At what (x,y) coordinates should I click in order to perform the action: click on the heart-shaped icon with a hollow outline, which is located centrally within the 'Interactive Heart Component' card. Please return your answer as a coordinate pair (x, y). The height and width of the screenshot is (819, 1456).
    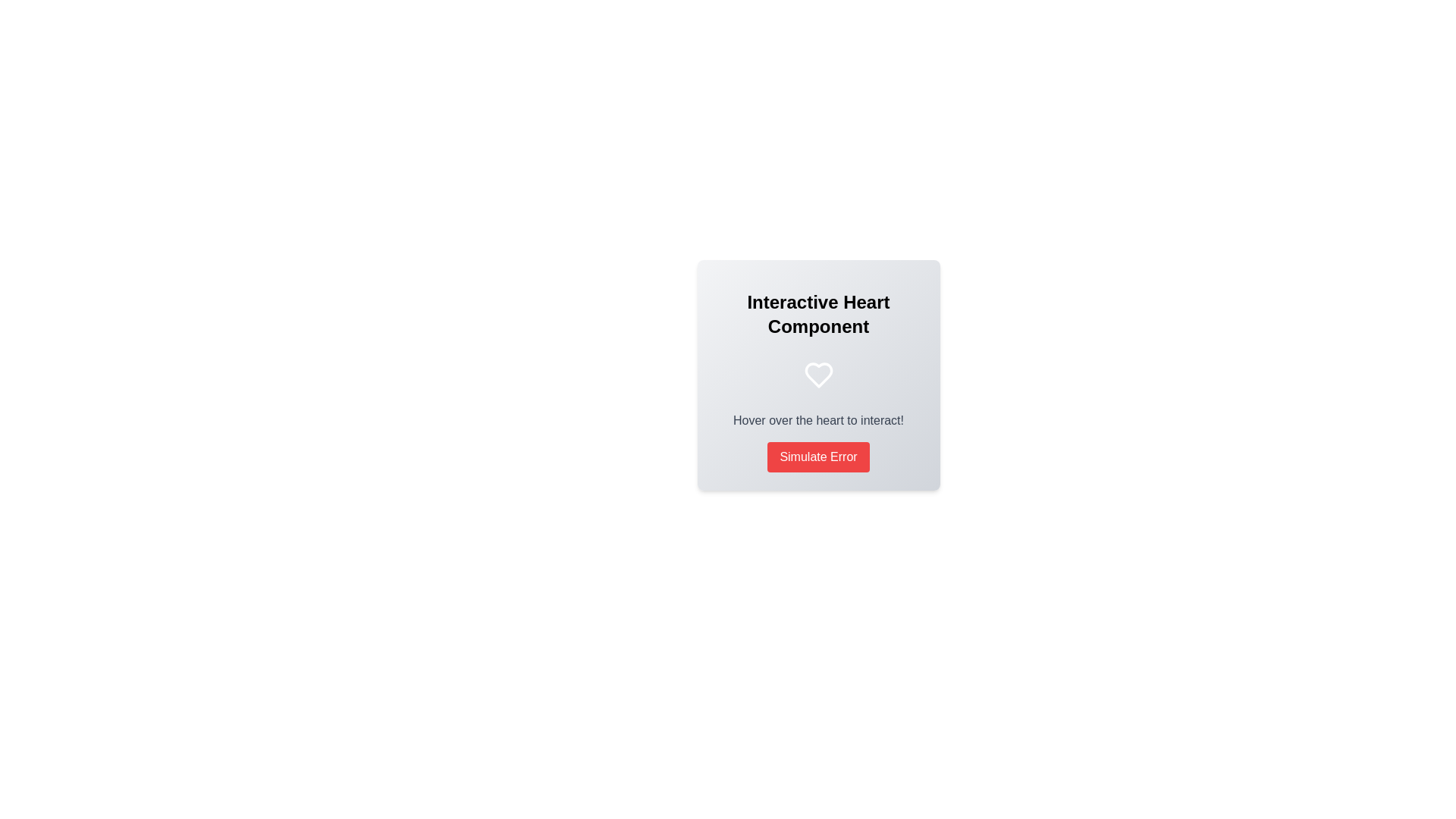
    Looking at the image, I should click on (817, 375).